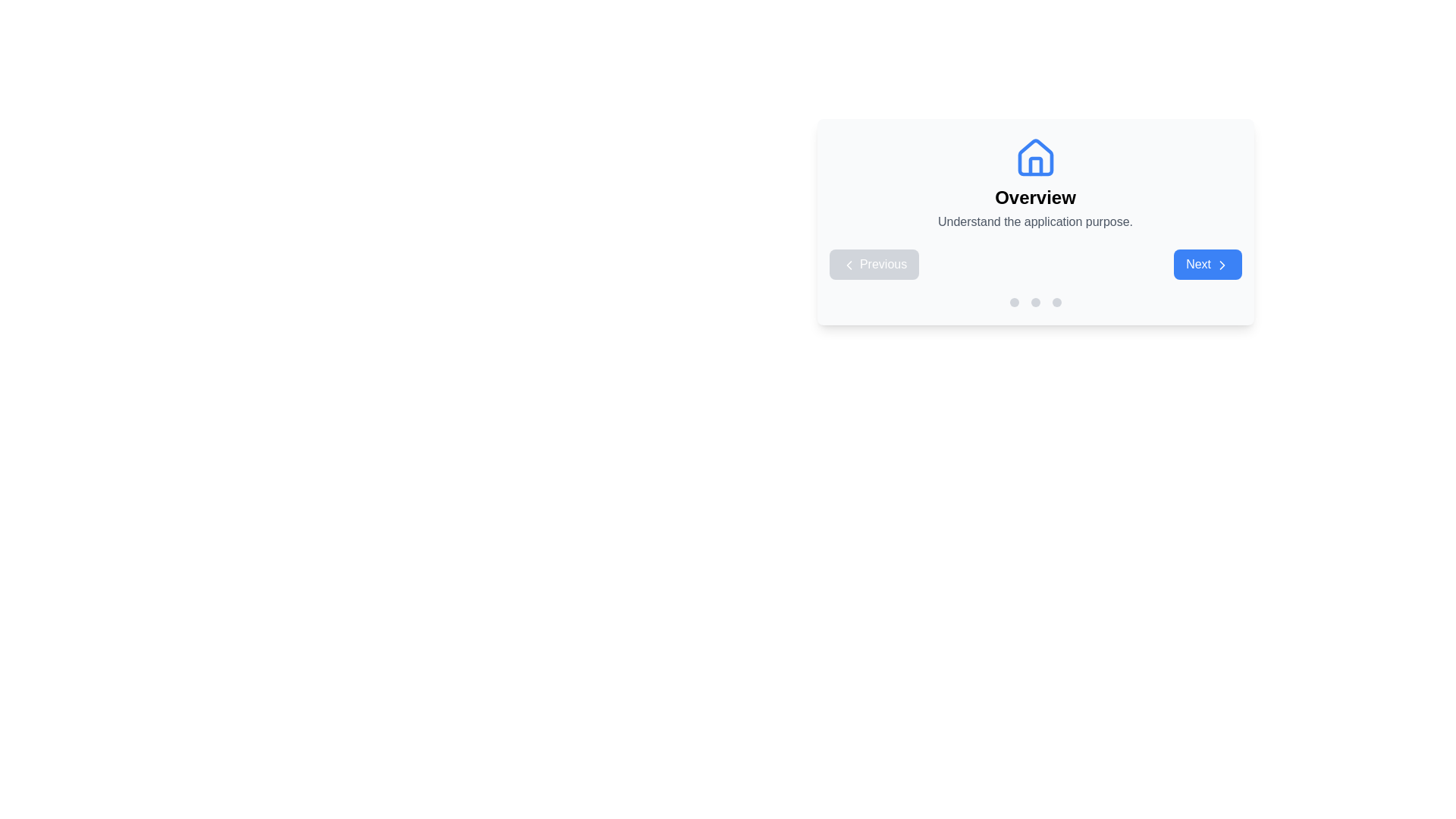 The image size is (1456, 819). What do you see at coordinates (1222, 264) in the screenshot?
I see `the forward navigation icon located within the 'Next' button in the bottom-right corner of the card, which serves as a visual indicator for forward navigation` at bounding box center [1222, 264].